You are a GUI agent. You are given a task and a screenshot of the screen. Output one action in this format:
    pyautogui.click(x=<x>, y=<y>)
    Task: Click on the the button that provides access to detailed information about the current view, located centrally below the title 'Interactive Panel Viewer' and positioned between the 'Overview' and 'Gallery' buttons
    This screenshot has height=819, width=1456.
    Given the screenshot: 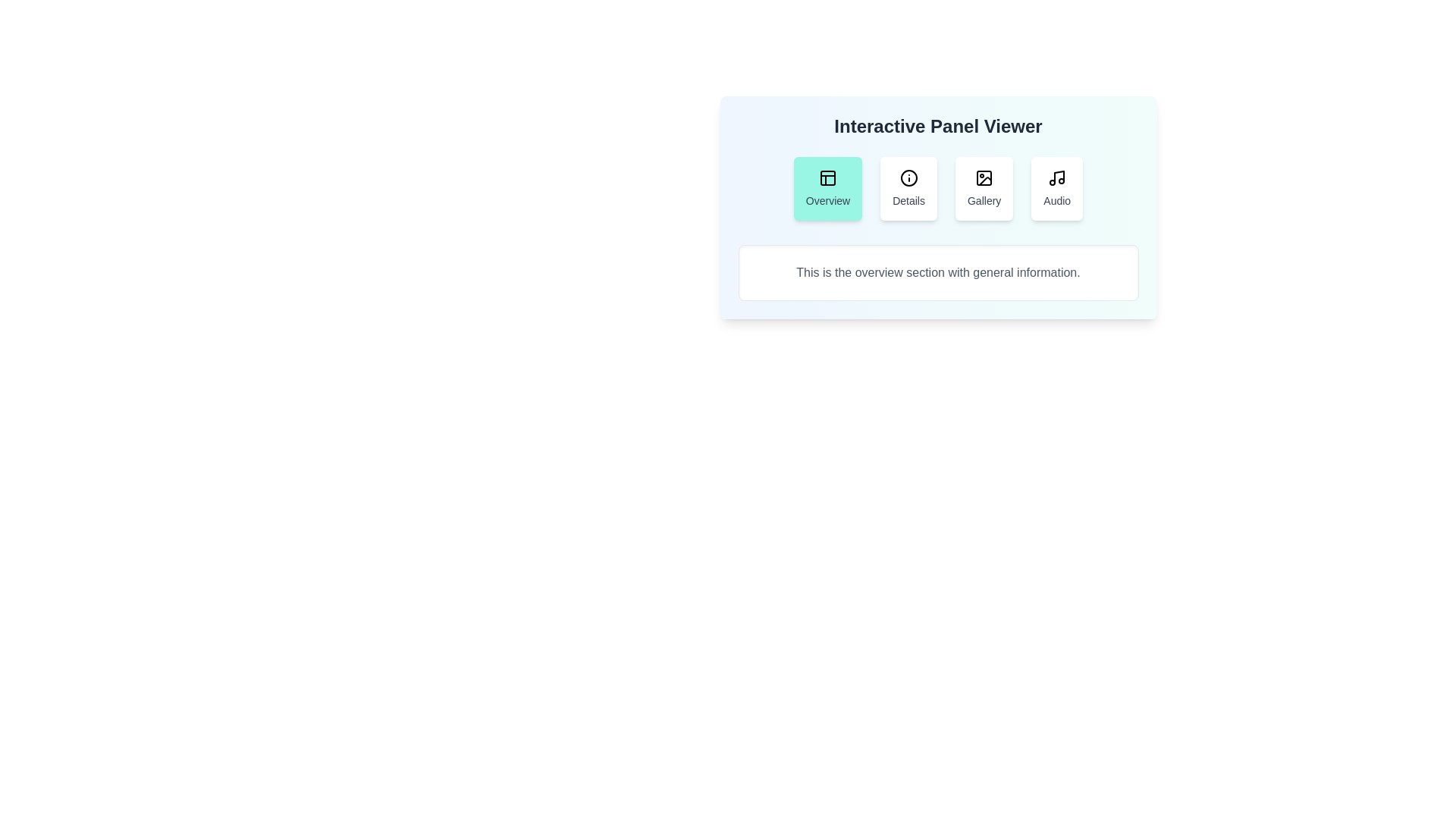 What is the action you would take?
    pyautogui.click(x=908, y=188)
    